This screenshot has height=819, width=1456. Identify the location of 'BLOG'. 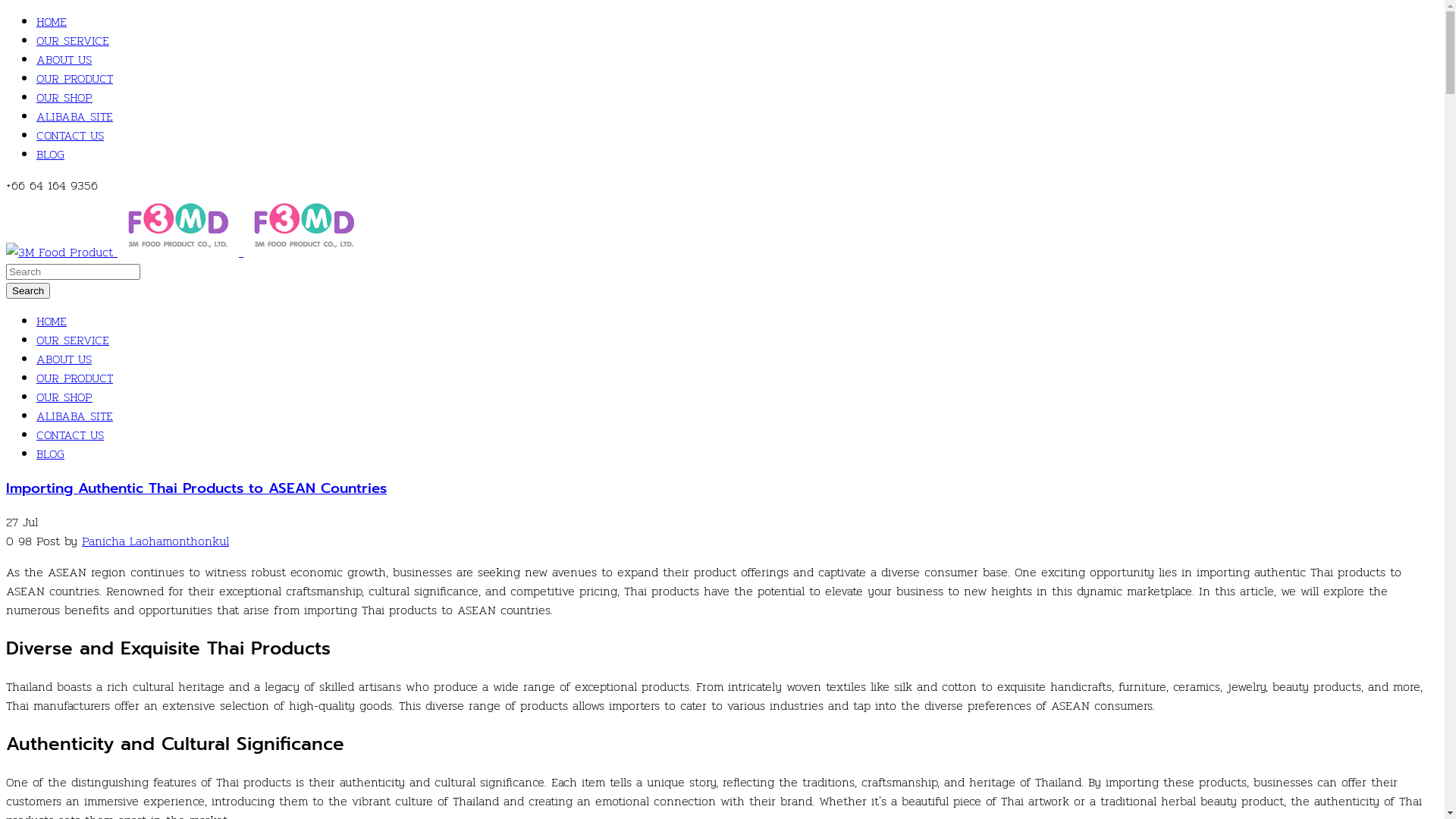
(50, 453).